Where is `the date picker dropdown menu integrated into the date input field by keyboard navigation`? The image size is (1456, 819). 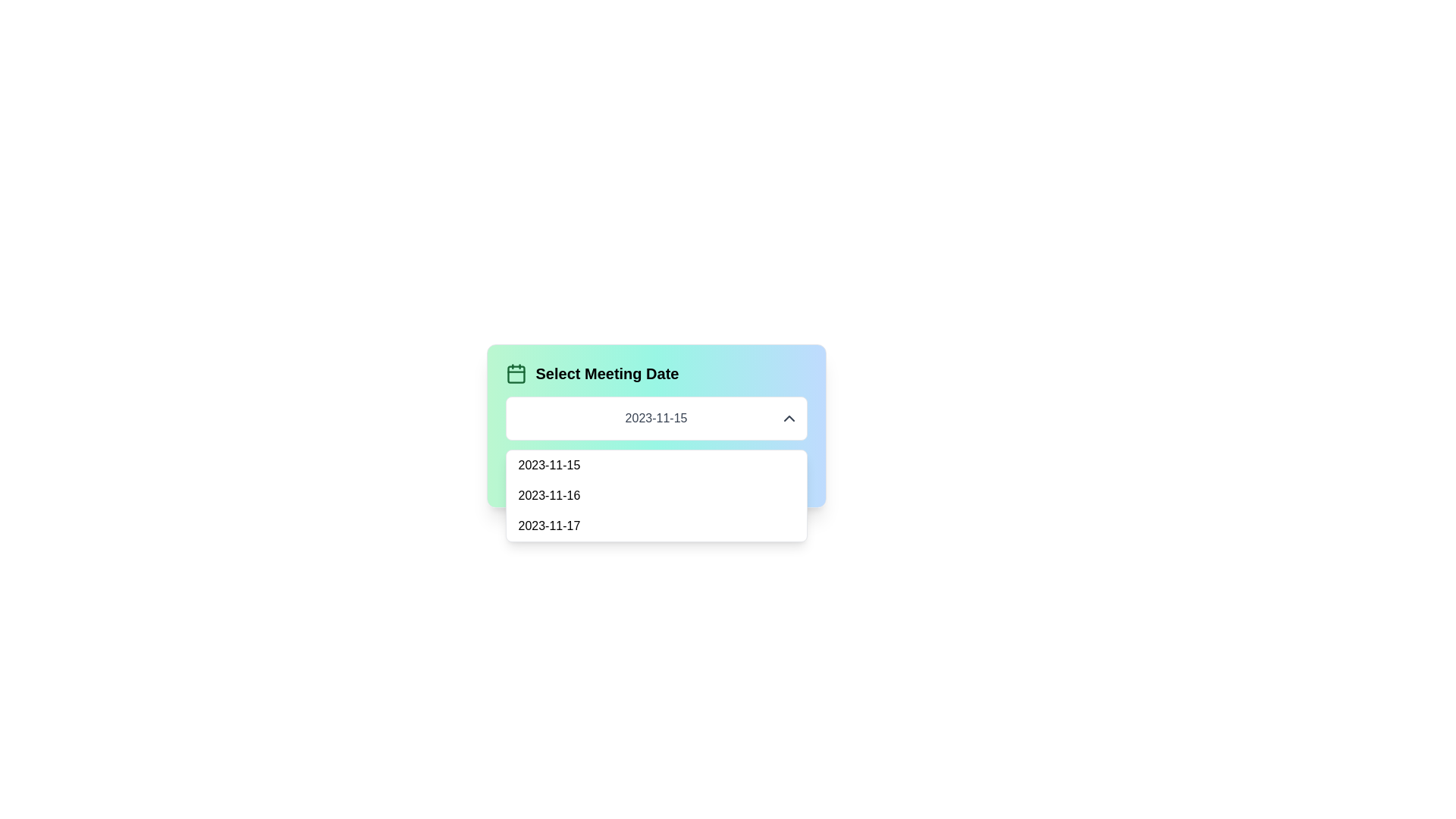
the date picker dropdown menu integrated into the date input field by keyboard navigation is located at coordinates (656, 418).